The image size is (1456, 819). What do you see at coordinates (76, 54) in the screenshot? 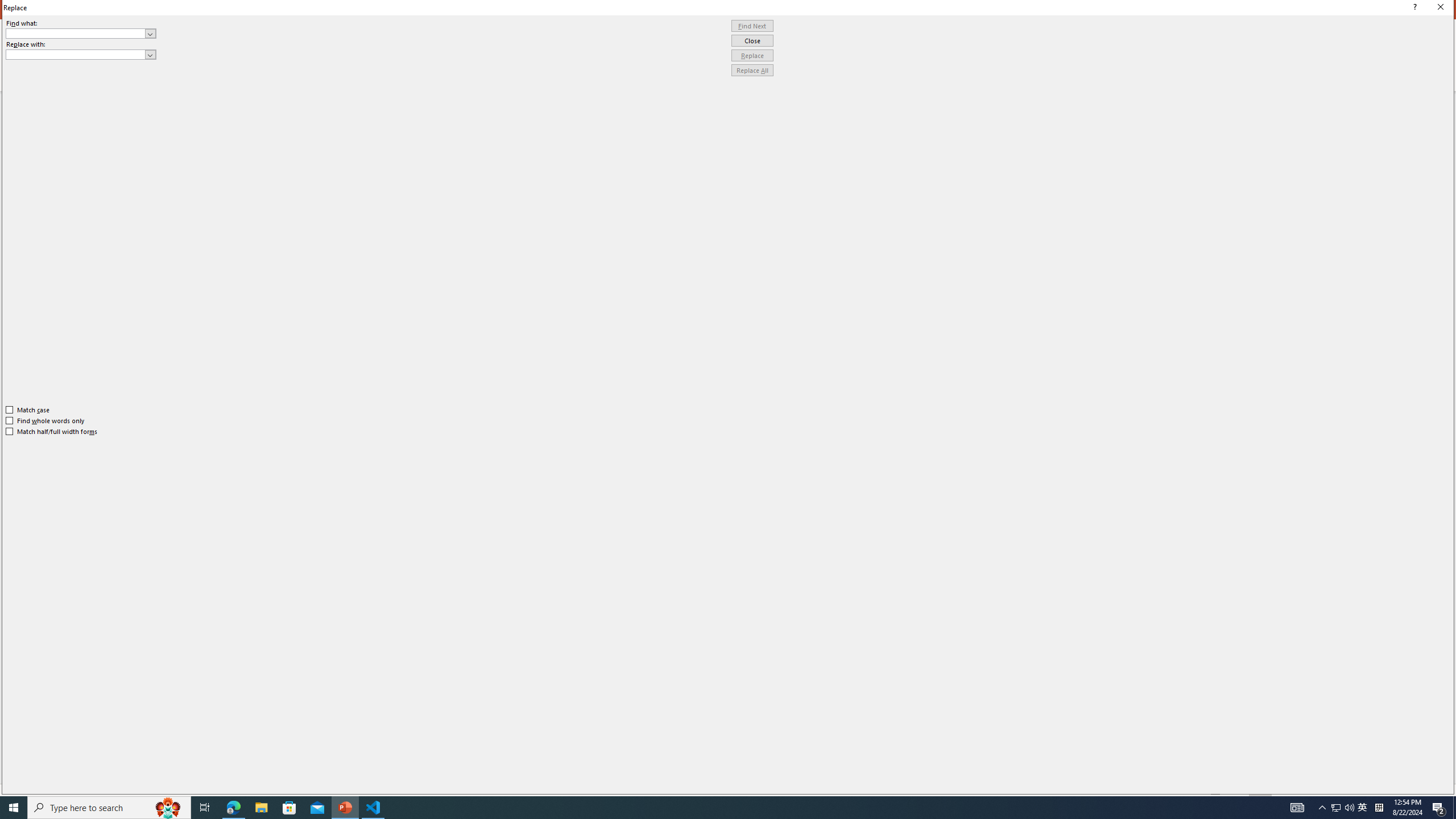
I see `'Replace with'` at bounding box center [76, 54].